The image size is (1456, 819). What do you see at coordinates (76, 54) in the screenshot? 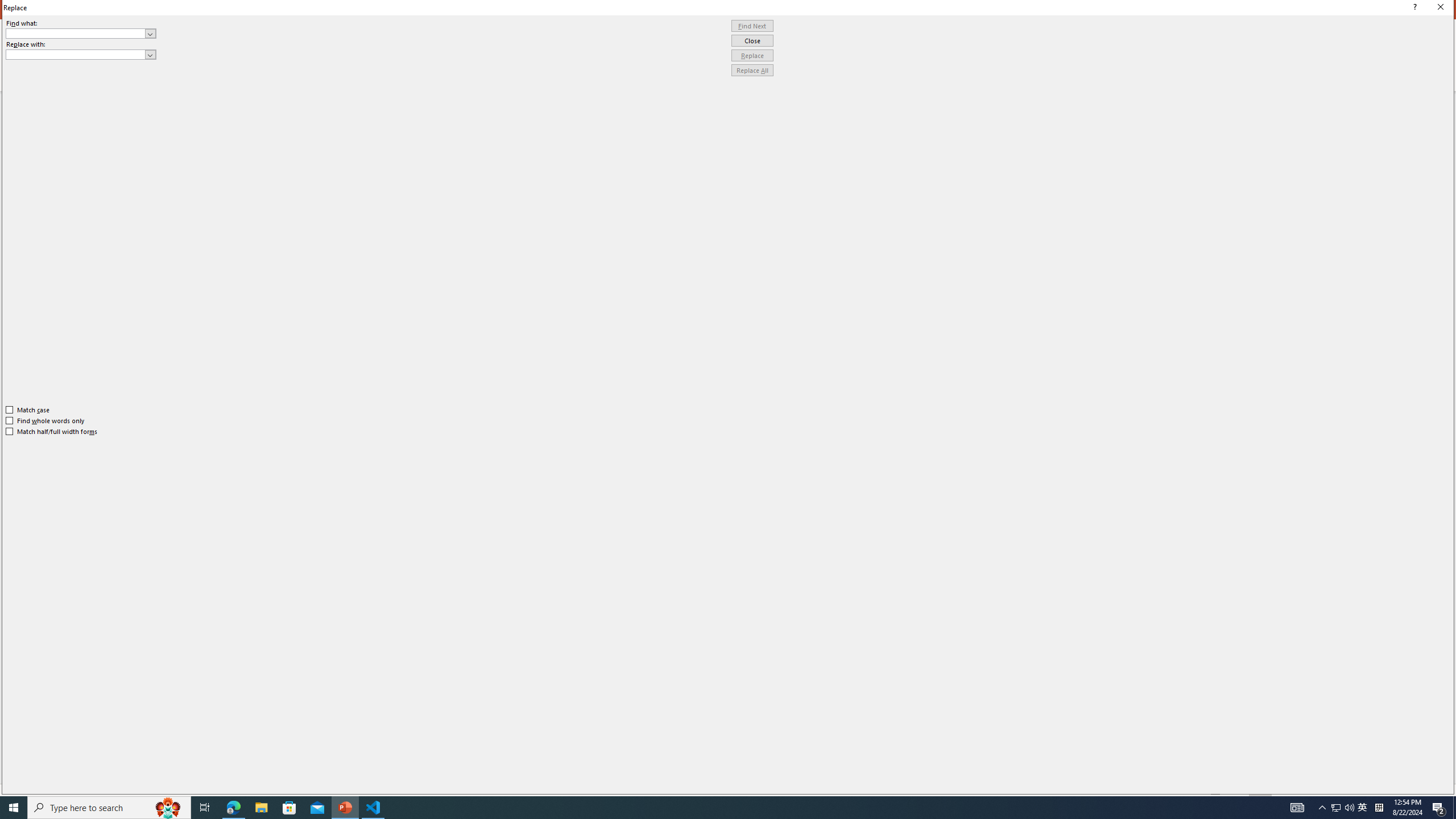
I see `'Replace with'` at bounding box center [76, 54].